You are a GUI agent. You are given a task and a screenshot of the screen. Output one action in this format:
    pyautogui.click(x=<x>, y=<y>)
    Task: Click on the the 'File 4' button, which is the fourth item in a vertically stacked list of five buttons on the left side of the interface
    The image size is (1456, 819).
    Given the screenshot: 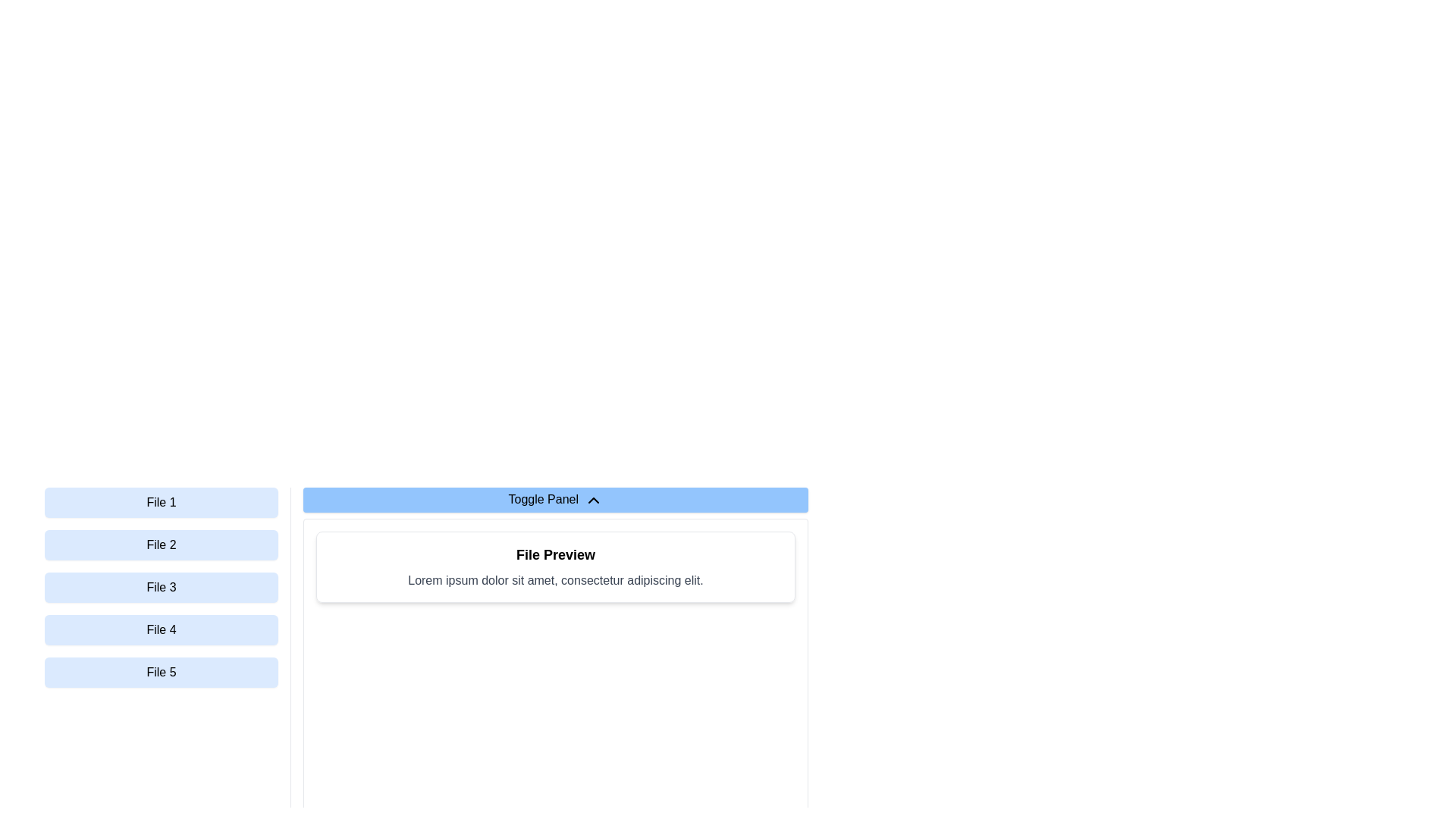 What is the action you would take?
    pyautogui.click(x=161, y=629)
    